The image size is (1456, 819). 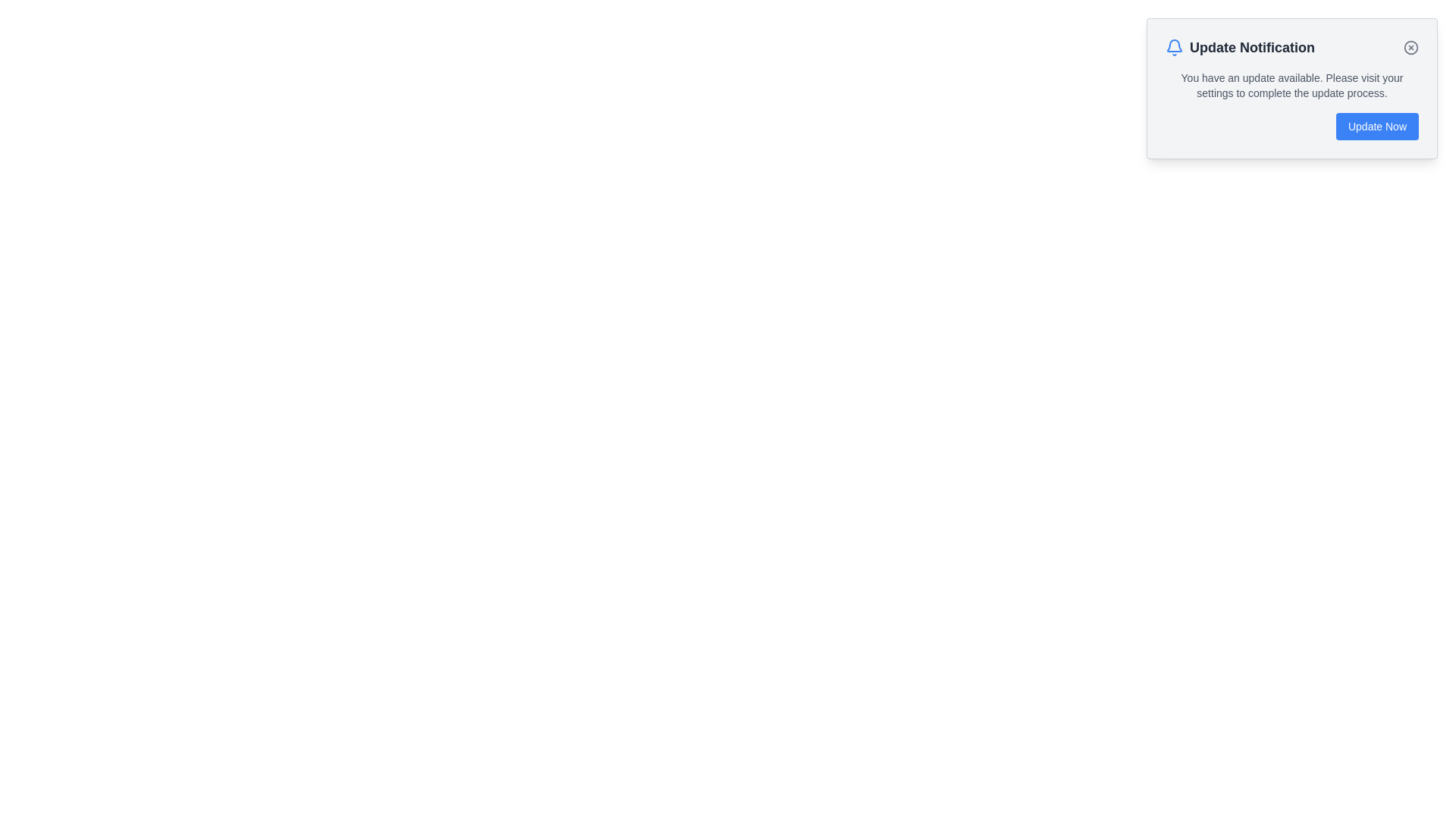 I want to click on the text block stating 'You have an update available. Please visit your settings to complete the update process.' located in the 'Update Notification' dialog box, so click(x=1291, y=85).